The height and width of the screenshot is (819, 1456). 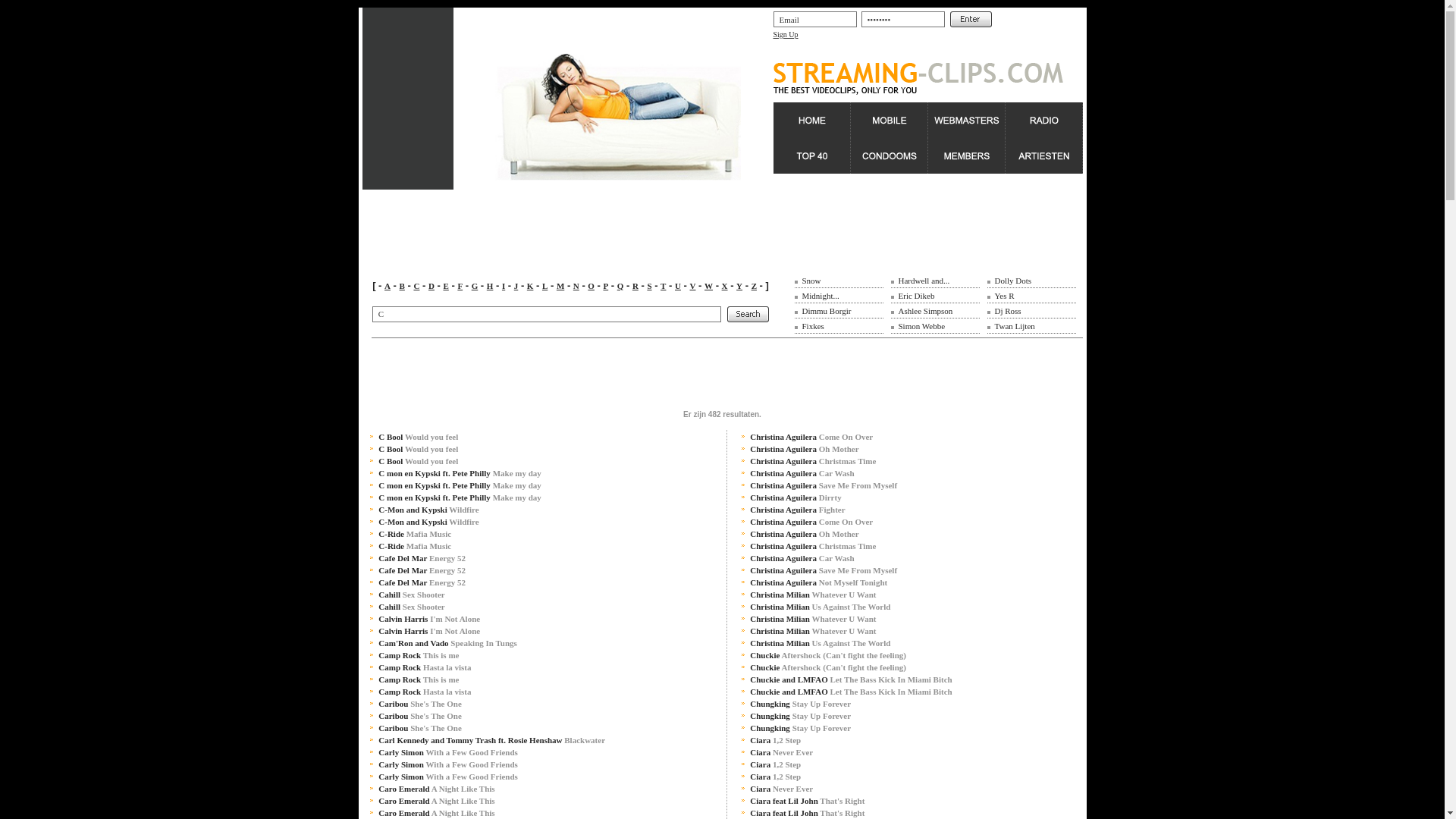 I want to click on 'Q', so click(x=617, y=286).